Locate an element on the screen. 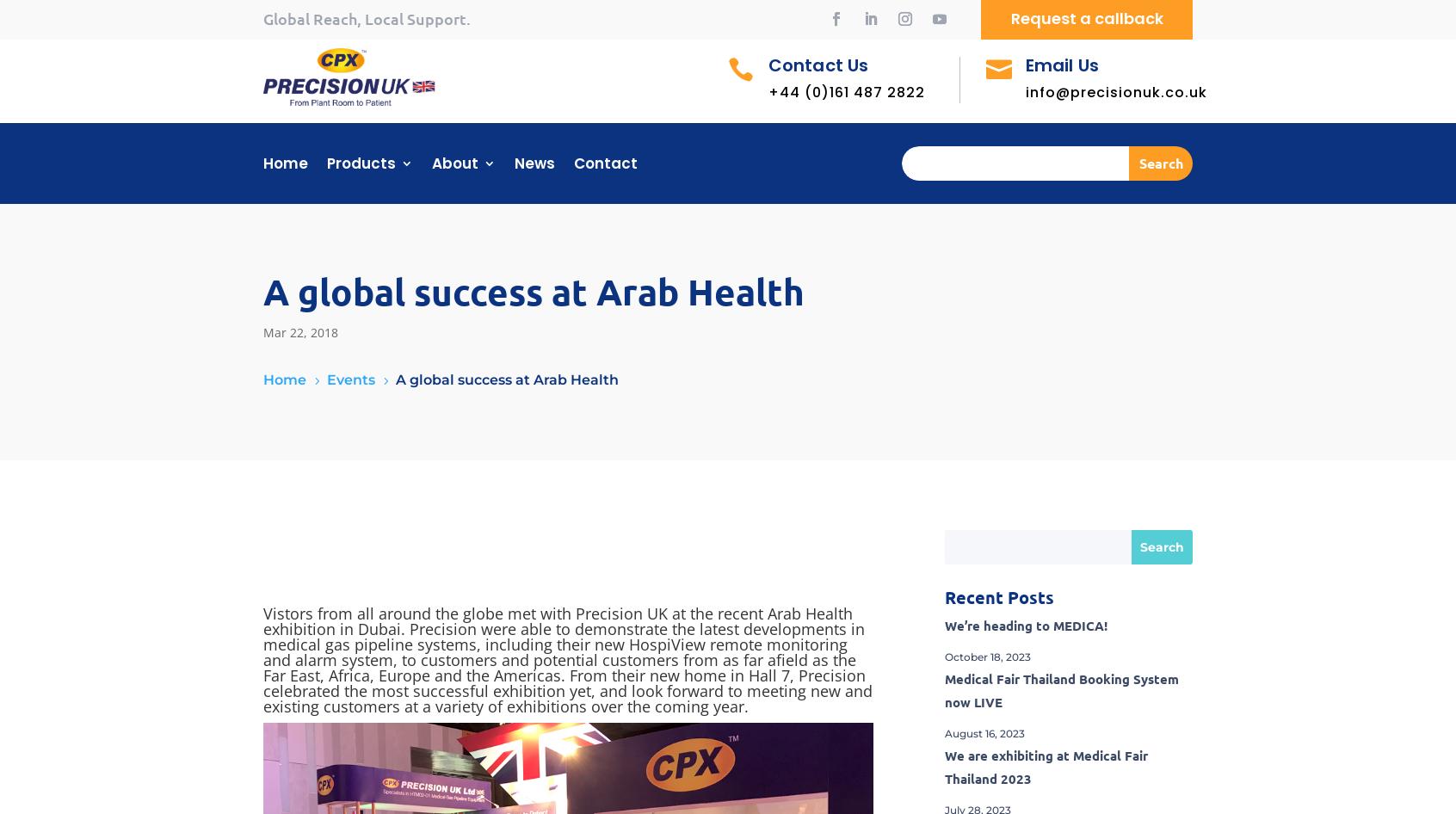 Image resolution: width=1456 pixels, height=814 pixels. 'October 18, 2023' is located at coordinates (986, 655).